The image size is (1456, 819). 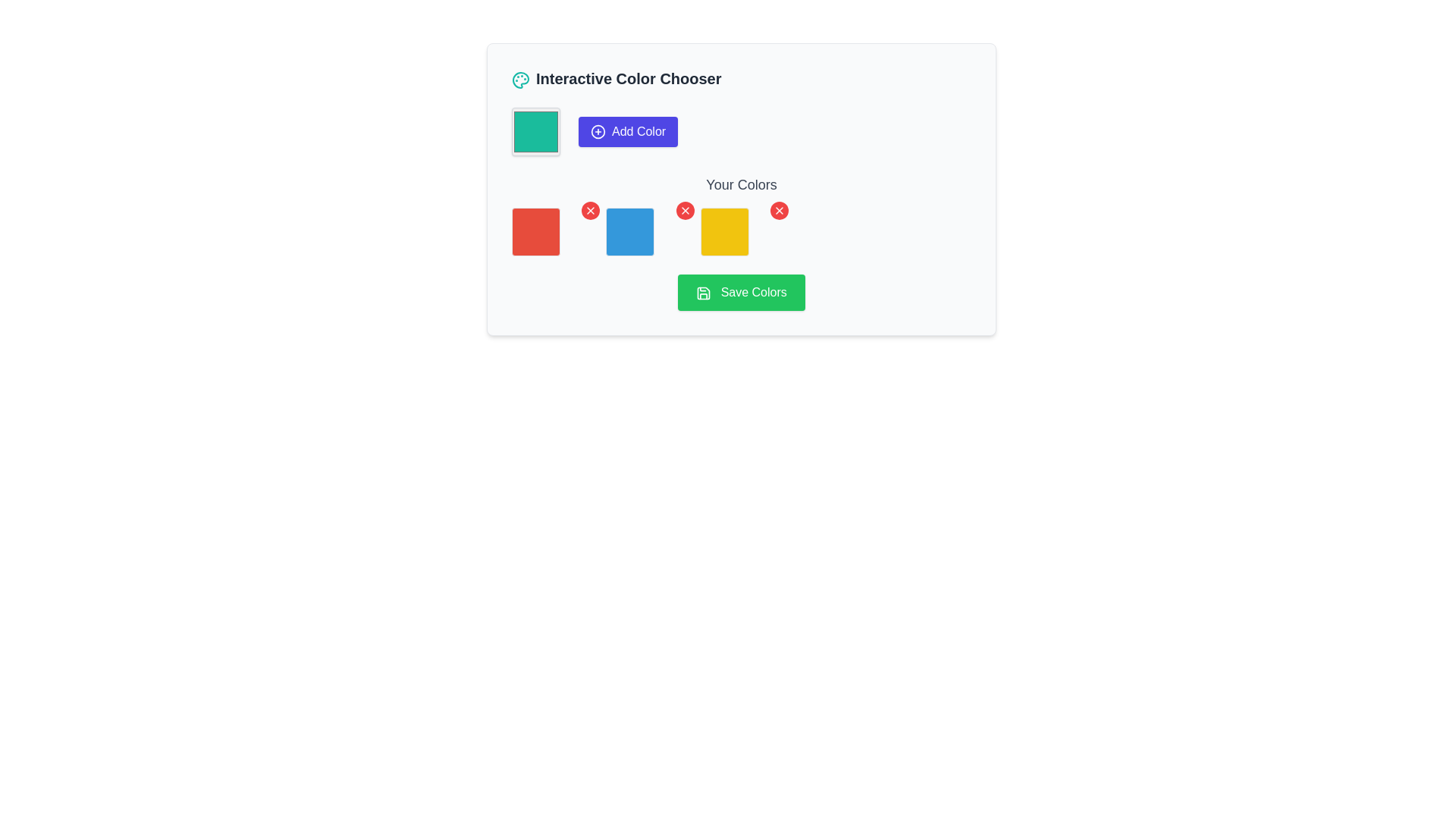 I want to click on the square color display located in the third position of the grid layout beneath the label 'Your Colors', so click(x=647, y=231).